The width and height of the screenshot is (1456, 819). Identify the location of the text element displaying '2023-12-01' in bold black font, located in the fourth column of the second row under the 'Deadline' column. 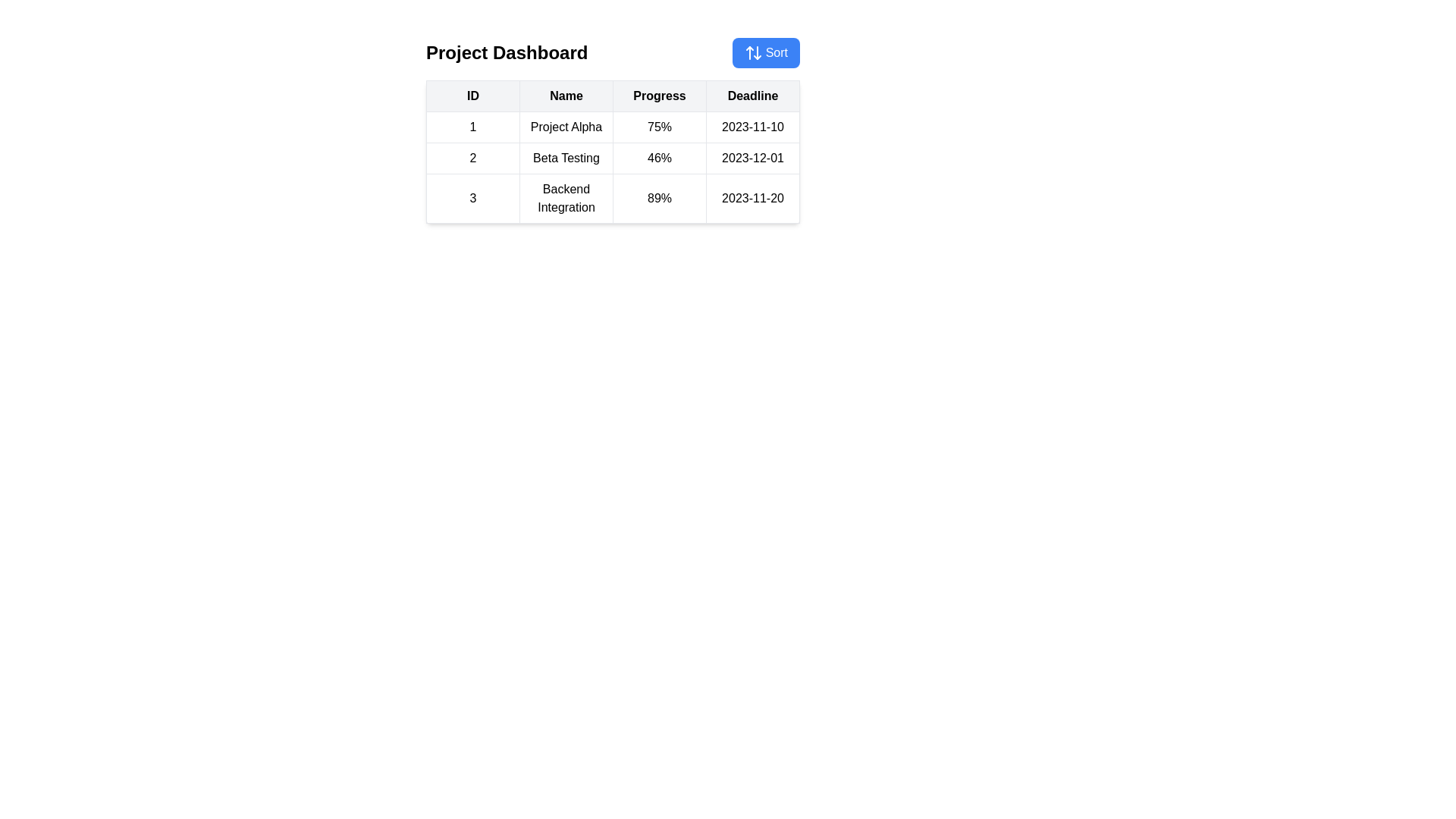
(753, 158).